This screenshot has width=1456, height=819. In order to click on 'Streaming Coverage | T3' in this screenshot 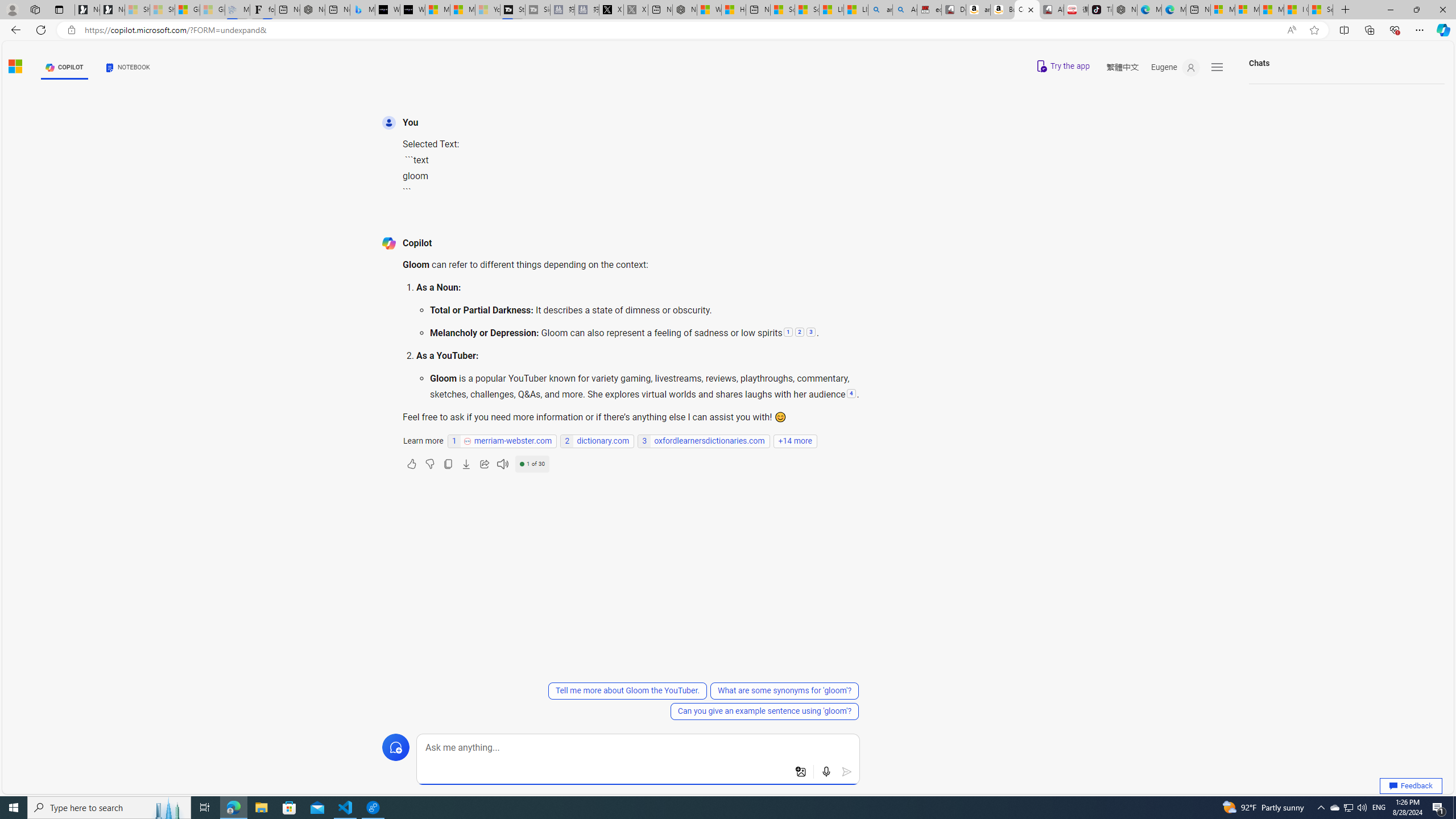, I will do `click(512, 9)`.